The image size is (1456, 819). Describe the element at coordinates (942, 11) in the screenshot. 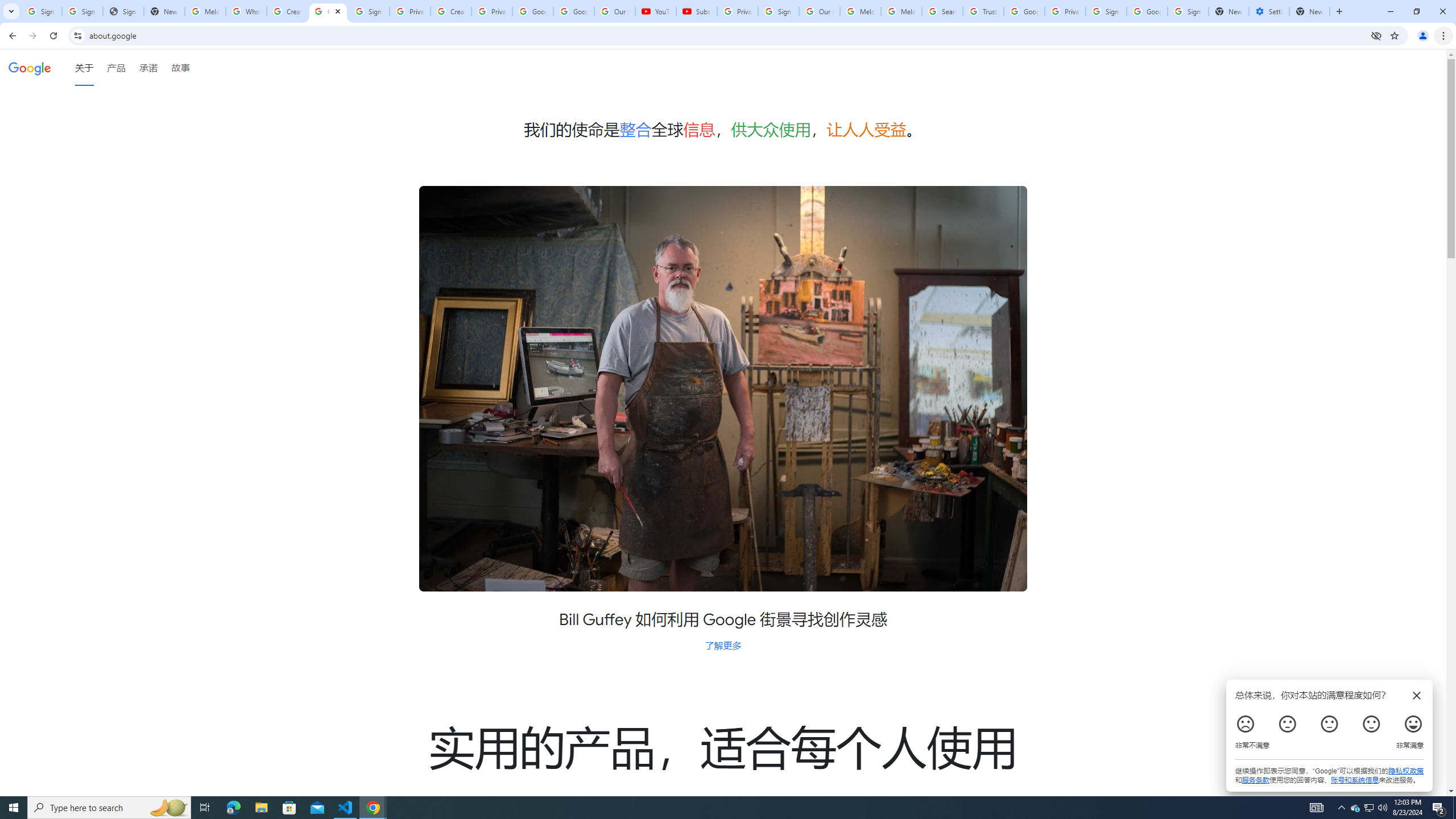

I see `'Search our Doodle Library Collection - Google Doodles'` at that location.